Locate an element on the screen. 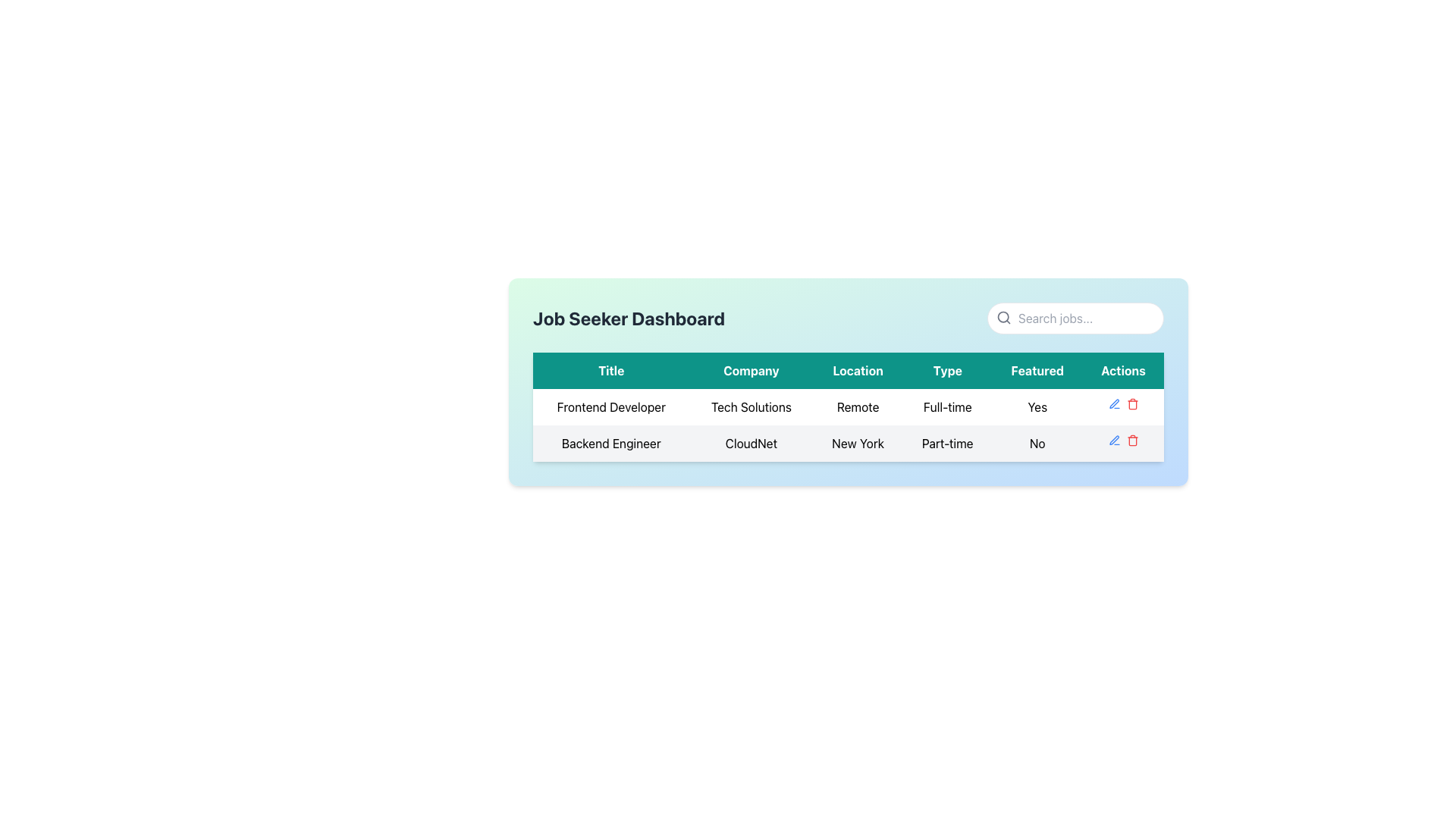 Image resolution: width=1456 pixels, height=819 pixels. text of the Table Header that indicates the header label for the first column of the table, which is positioned immediately to the left of the 'Company' column is located at coordinates (611, 371).